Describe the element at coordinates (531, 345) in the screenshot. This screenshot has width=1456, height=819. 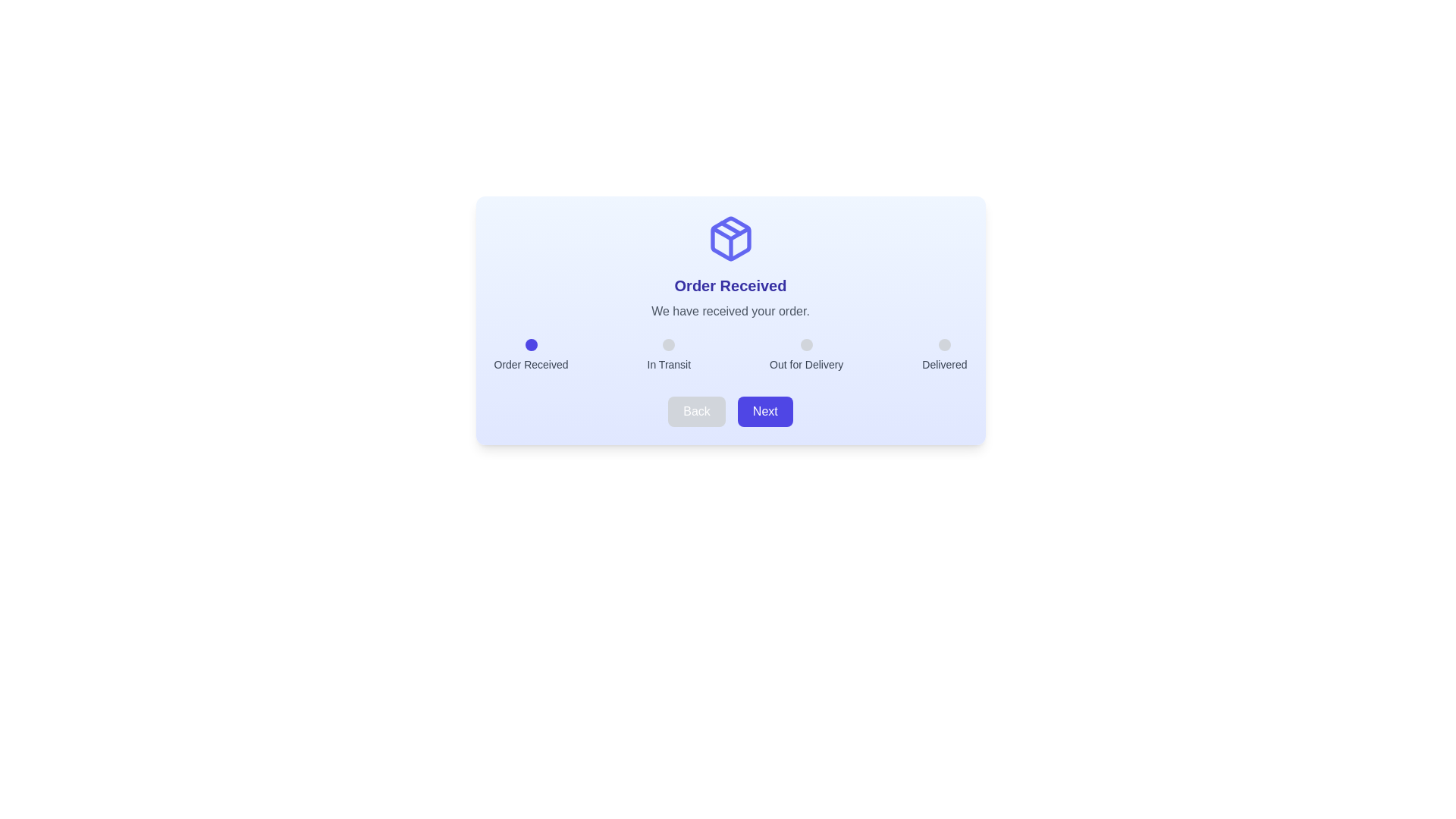
I see `the step indicator for Order Received to highlight it` at that location.